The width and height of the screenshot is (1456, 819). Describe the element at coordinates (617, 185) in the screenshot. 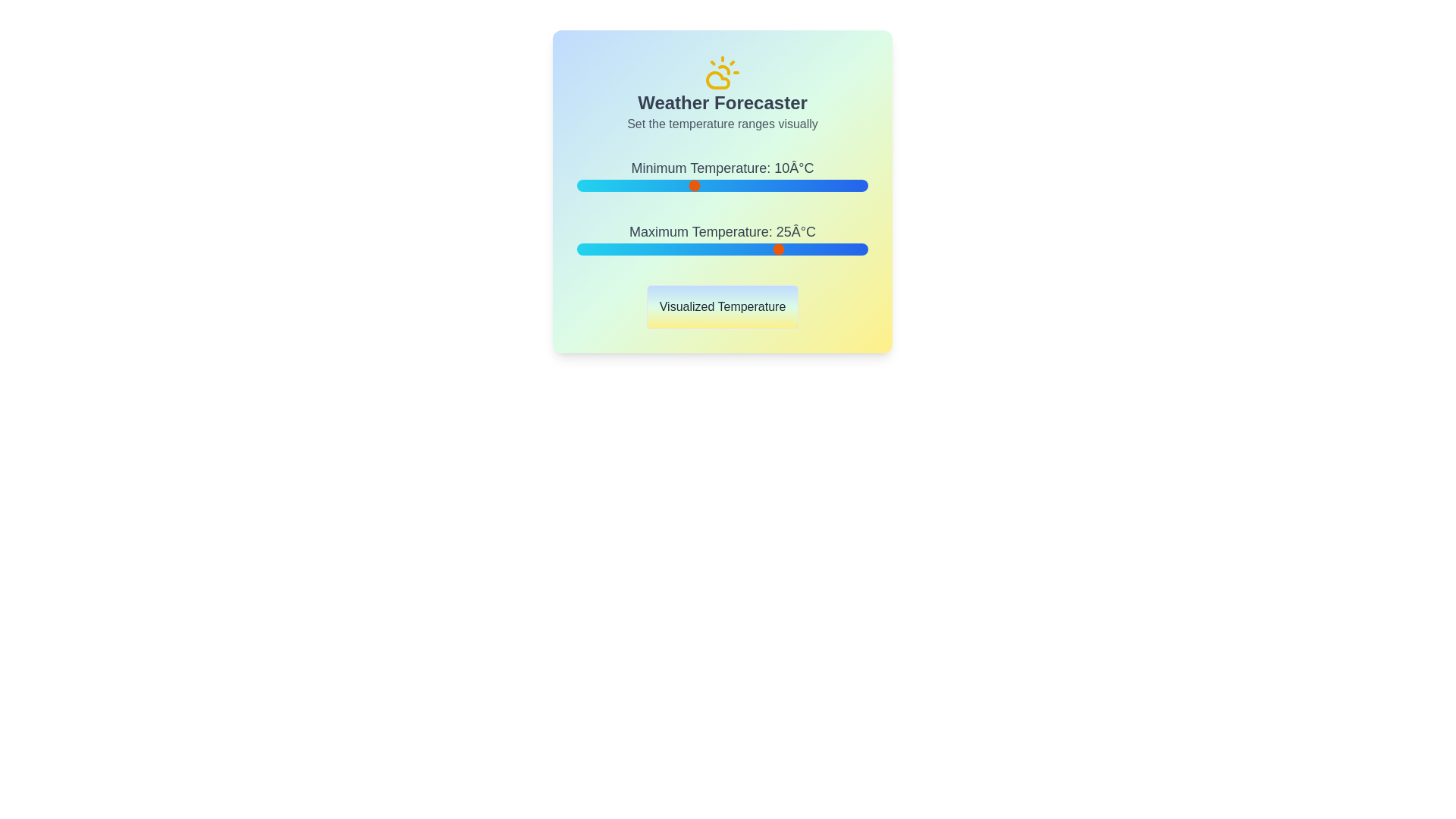

I see `the minimum temperature slider to -3°C` at that location.